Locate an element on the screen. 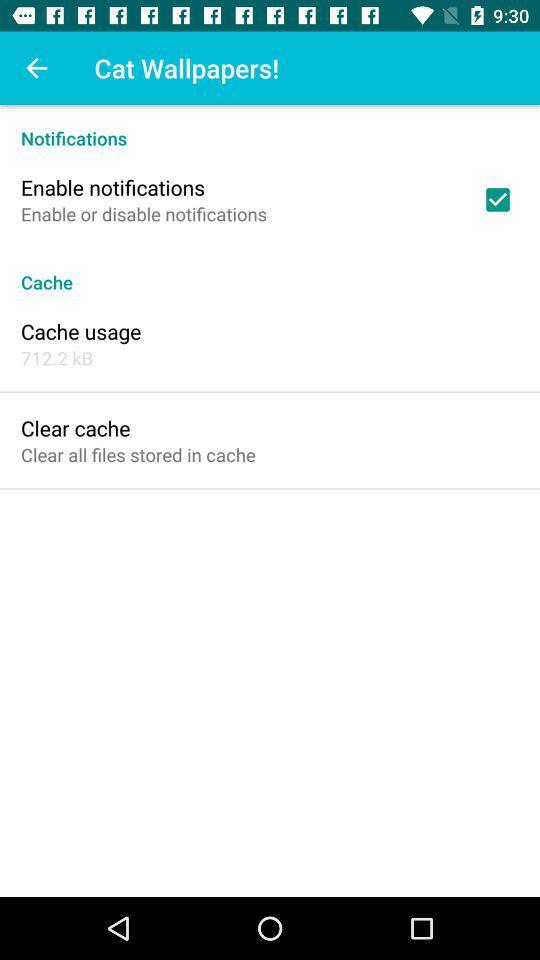 The height and width of the screenshot is (960, 540). item above the 712.2 kb icon is located at coordinates (80, 331).